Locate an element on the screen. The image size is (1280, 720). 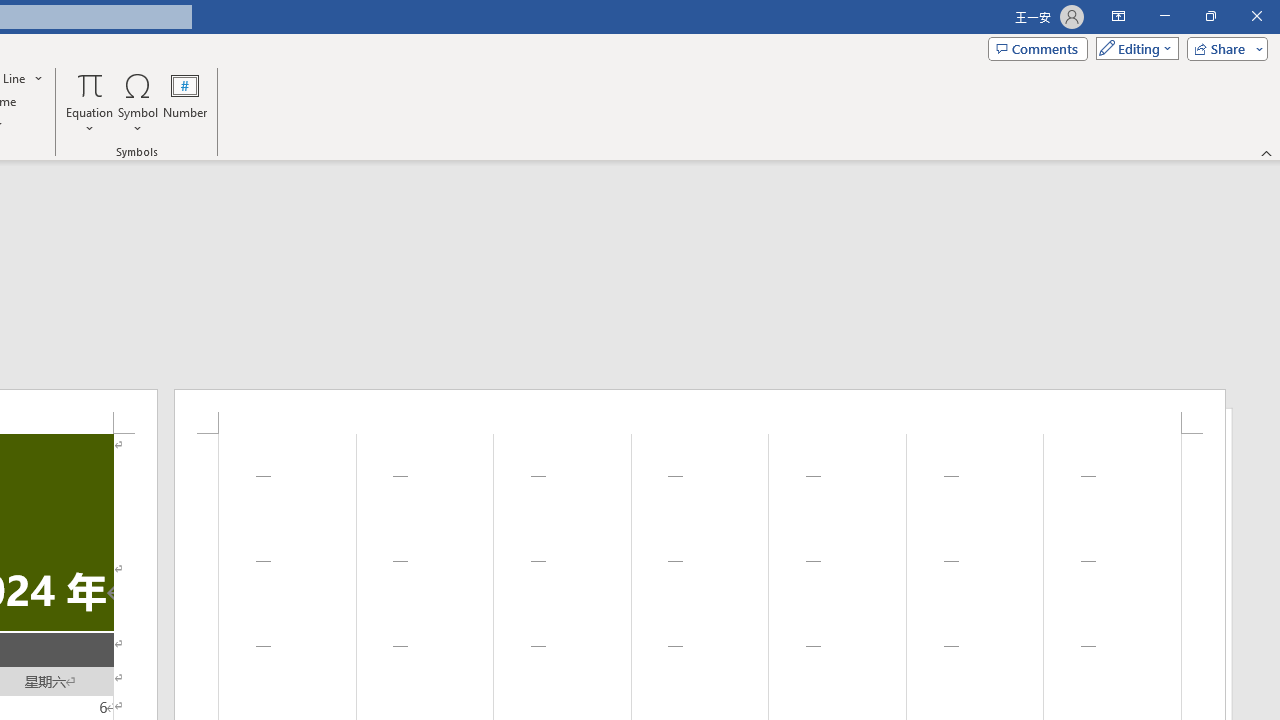
'Equation' is located at coordinates (89, 84).